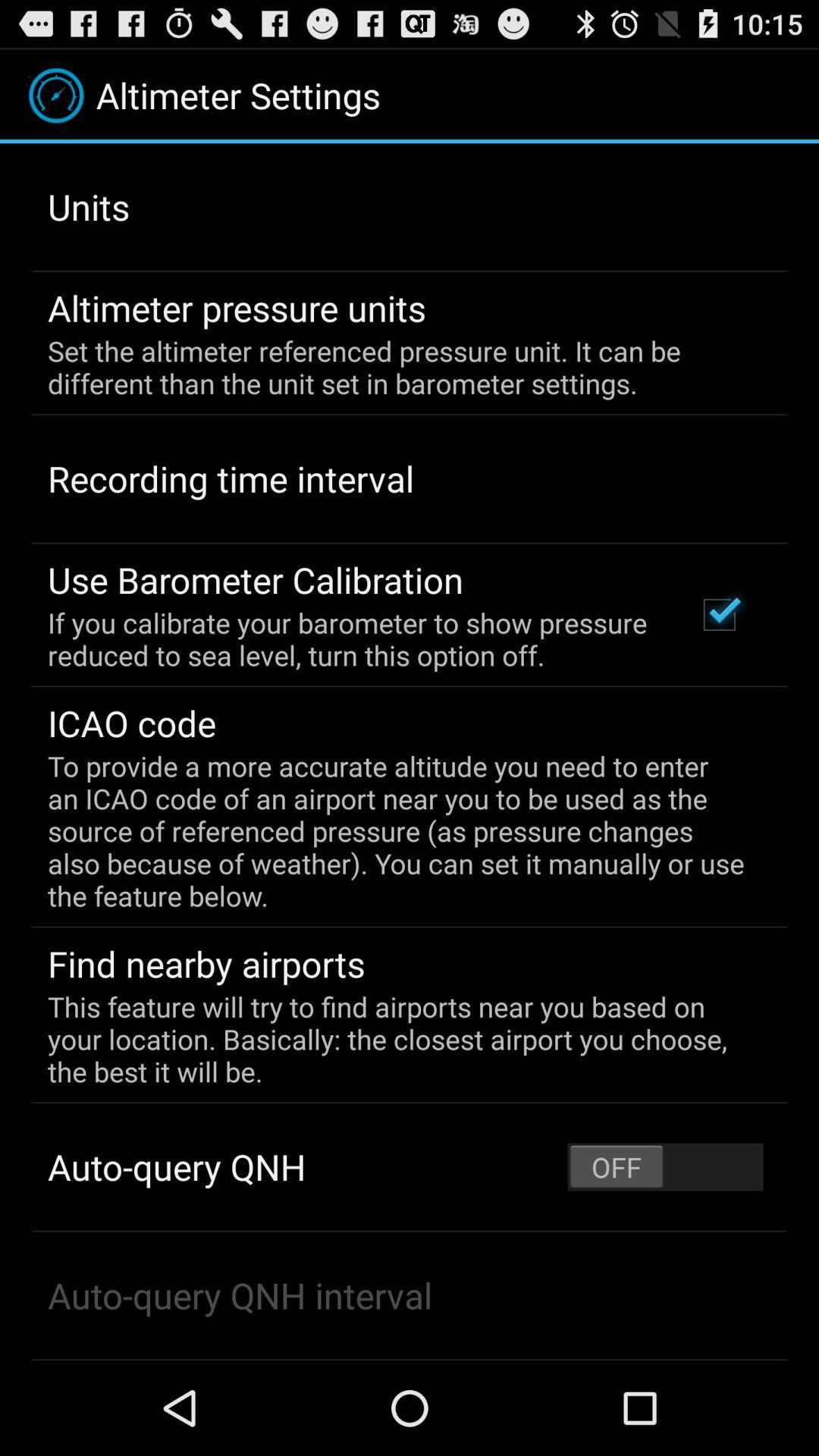 This screenshot has width=819, height=1456. Describe the element at coordinates (398, 367) in the screenshot. I see `the set the altimeter item` at that location.